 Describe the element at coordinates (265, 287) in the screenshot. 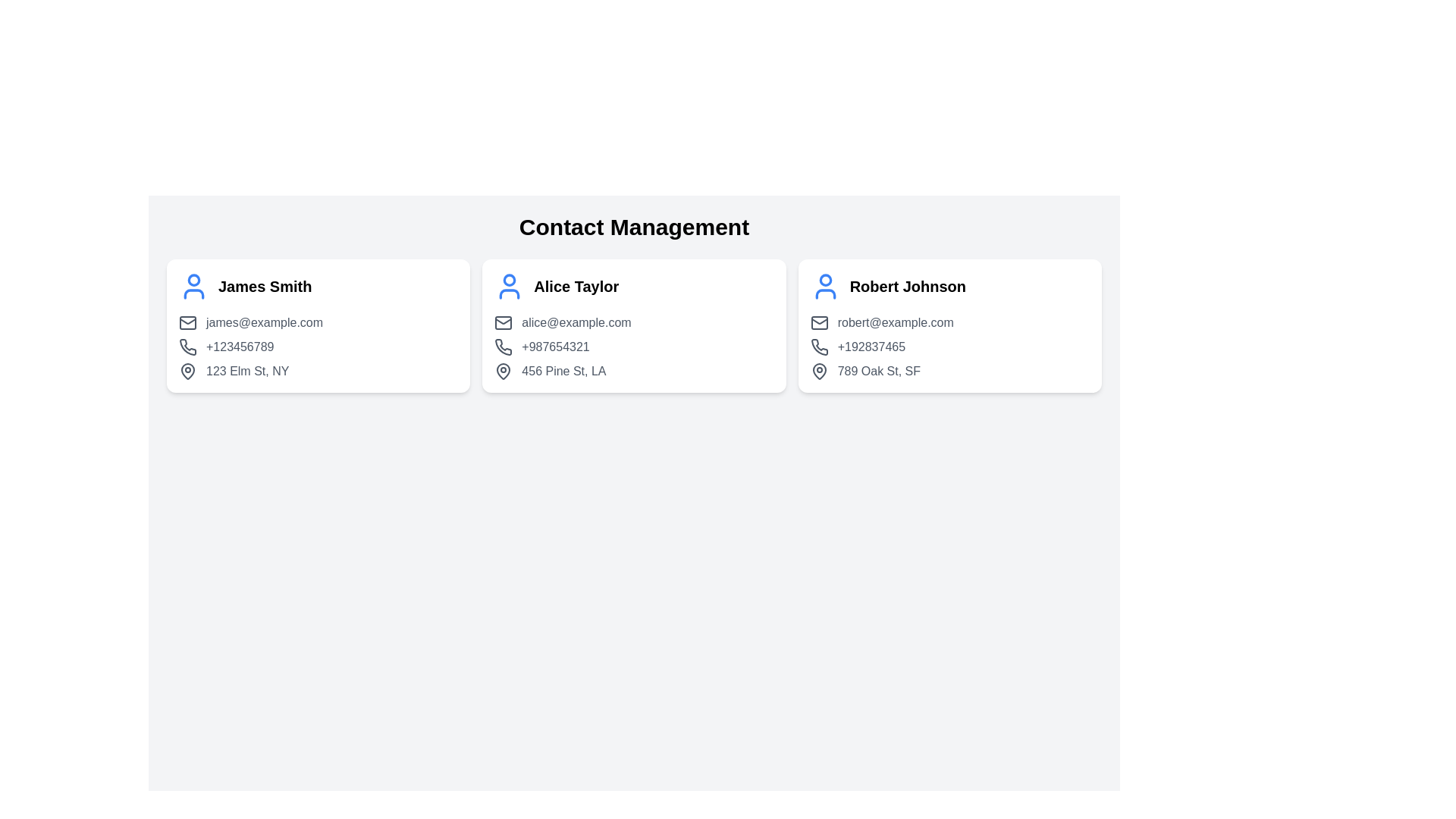

I see `the text label displaying the name 'James Smith', which is prominently located at the top of a contact card layout` at that location.